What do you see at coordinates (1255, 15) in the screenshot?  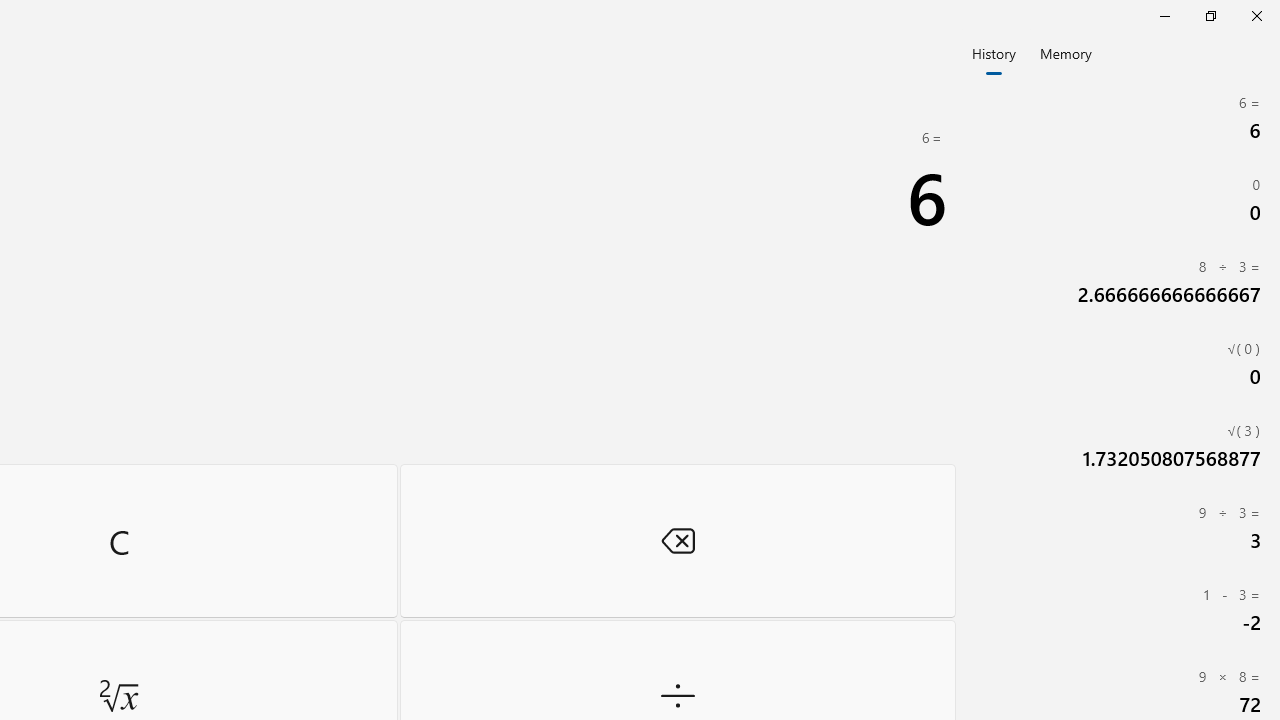 I see `'Close Calculator'` at bounding box center [1255, 15].